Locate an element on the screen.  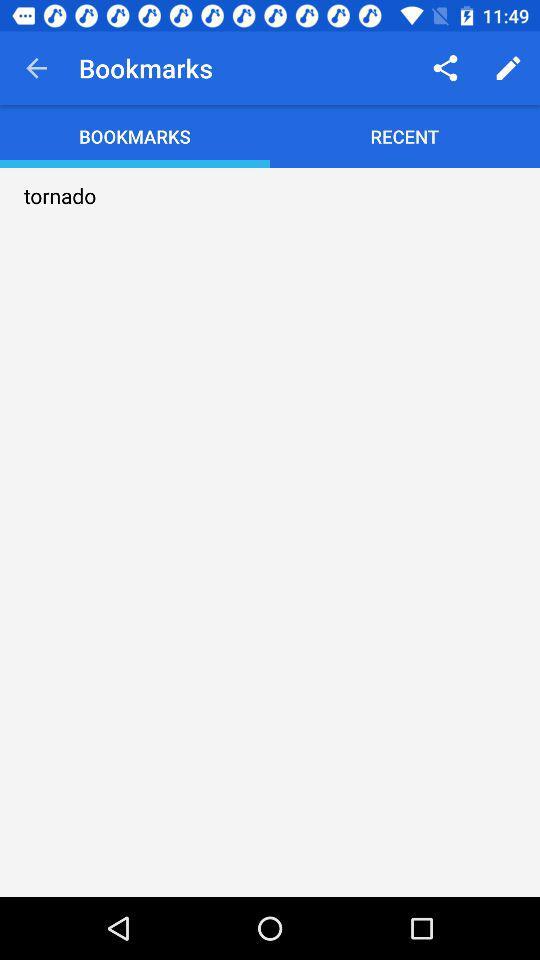
the item to the left of bookmarks is located at coordinates (36, 68).